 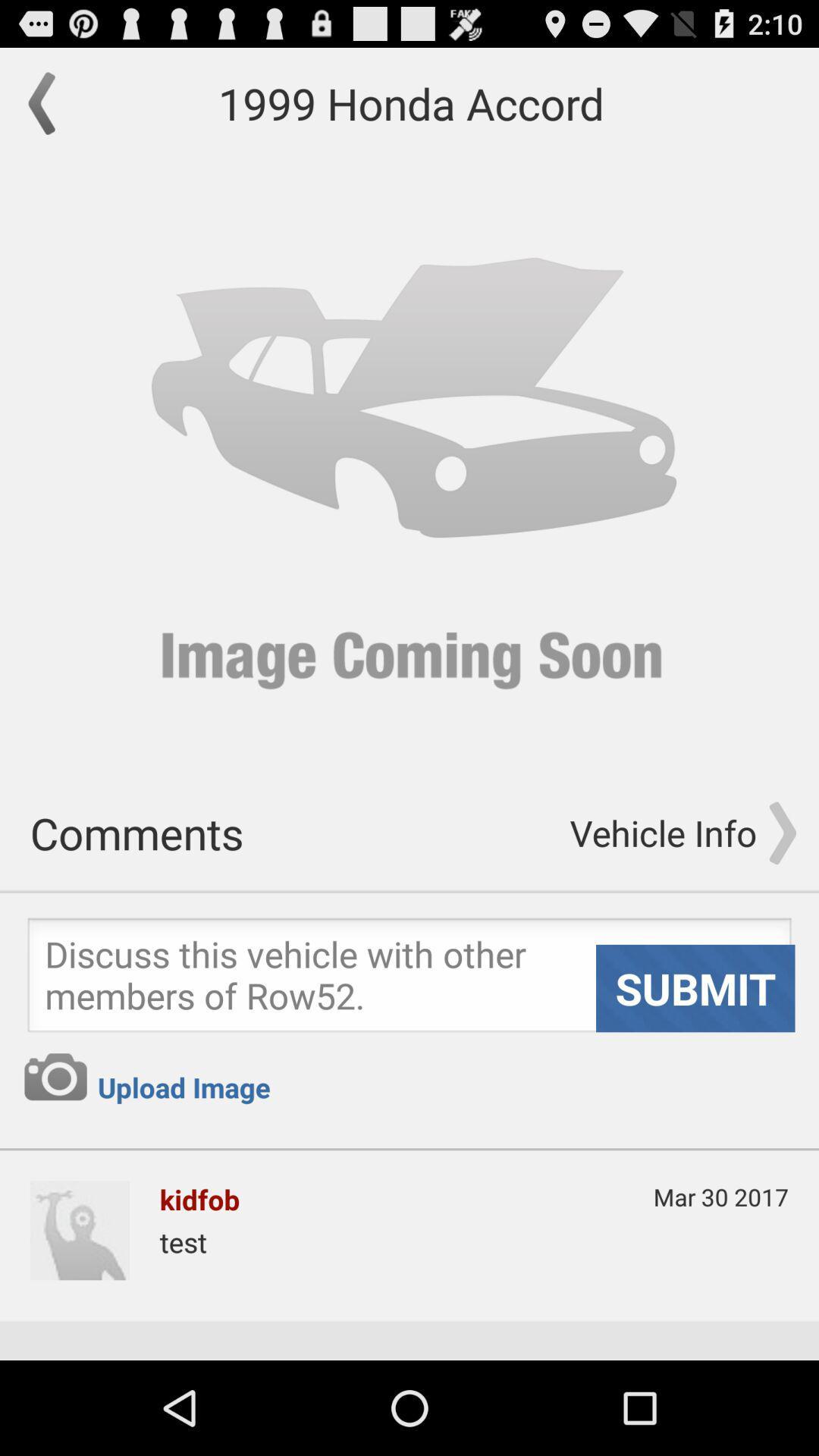 I want to click on type and submit a comment, so click(x=409, y=979).